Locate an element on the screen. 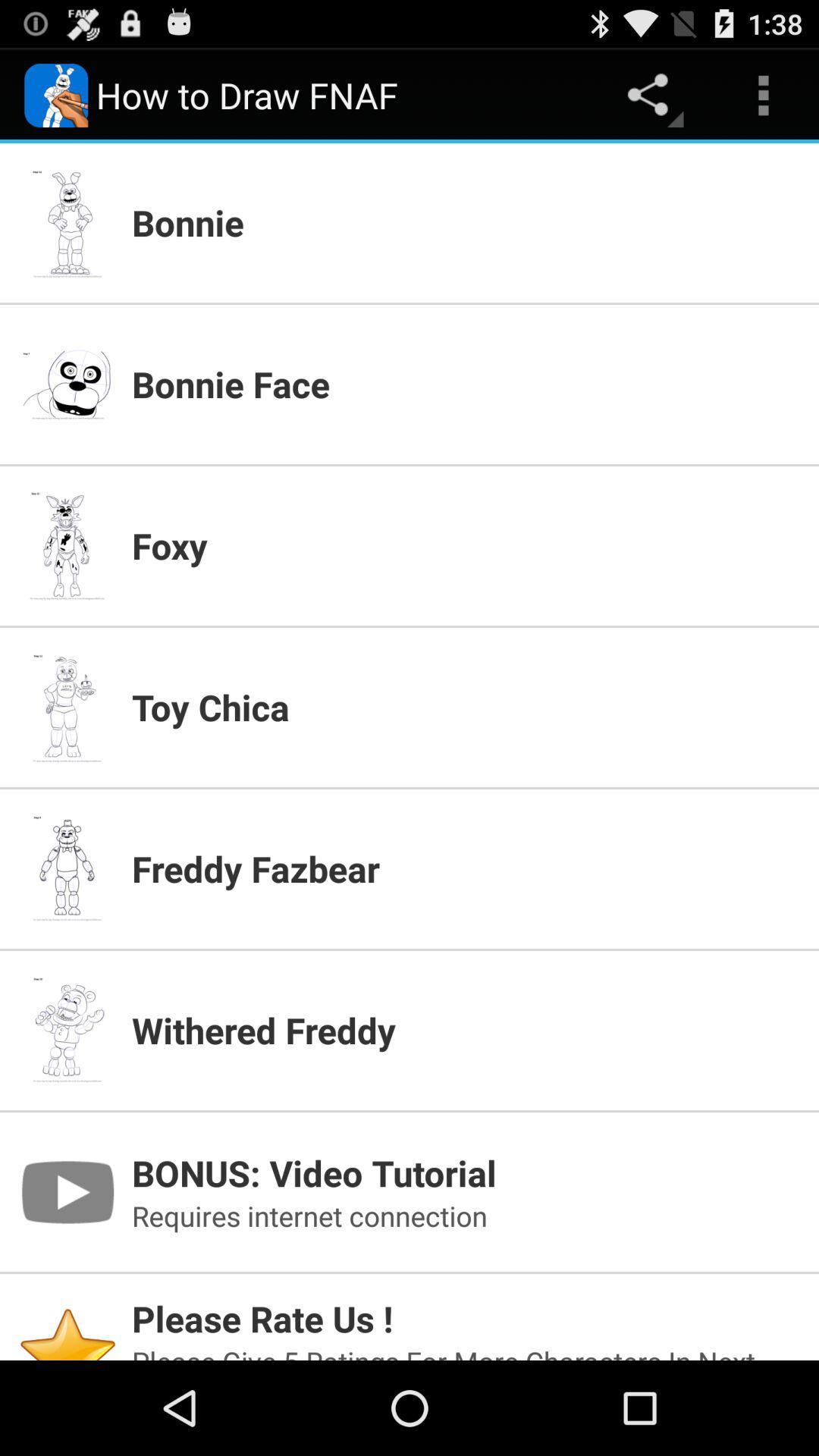  freddy fazbear app is located at coordinates (465, 868).